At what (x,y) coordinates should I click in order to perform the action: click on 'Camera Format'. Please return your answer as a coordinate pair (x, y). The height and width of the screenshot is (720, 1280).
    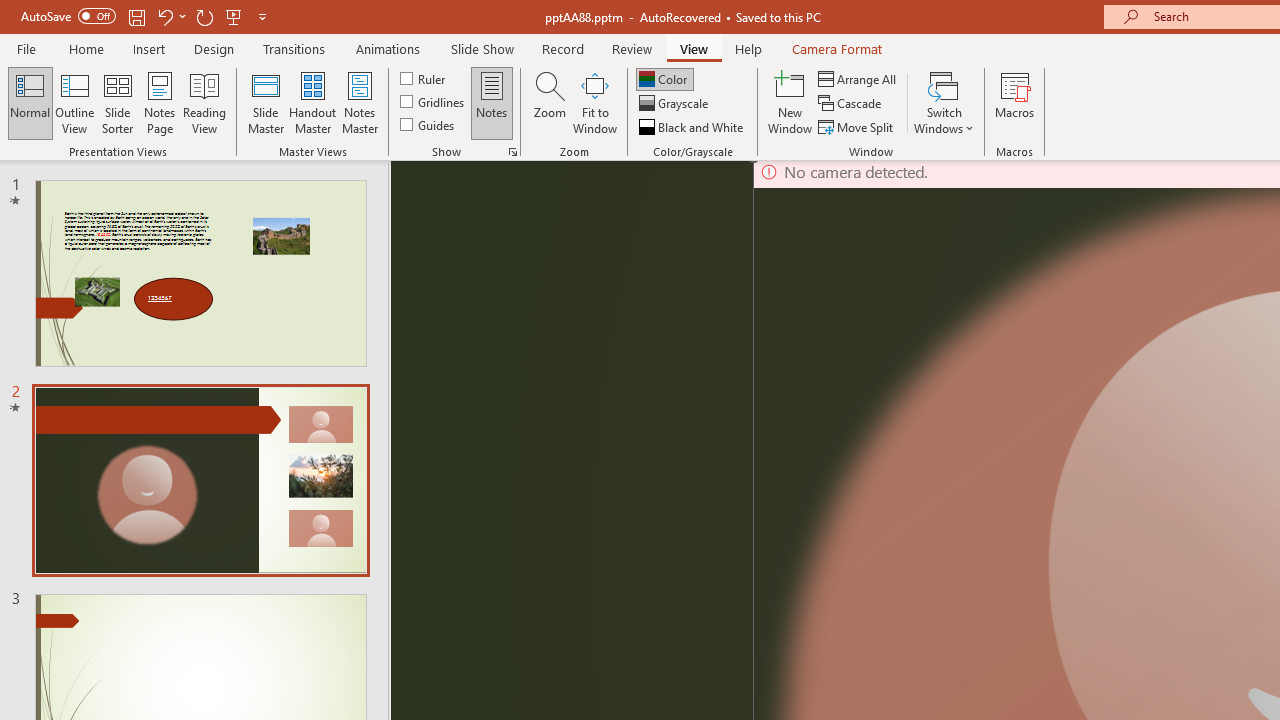
    Looking at the image, I should click on (837, 48).